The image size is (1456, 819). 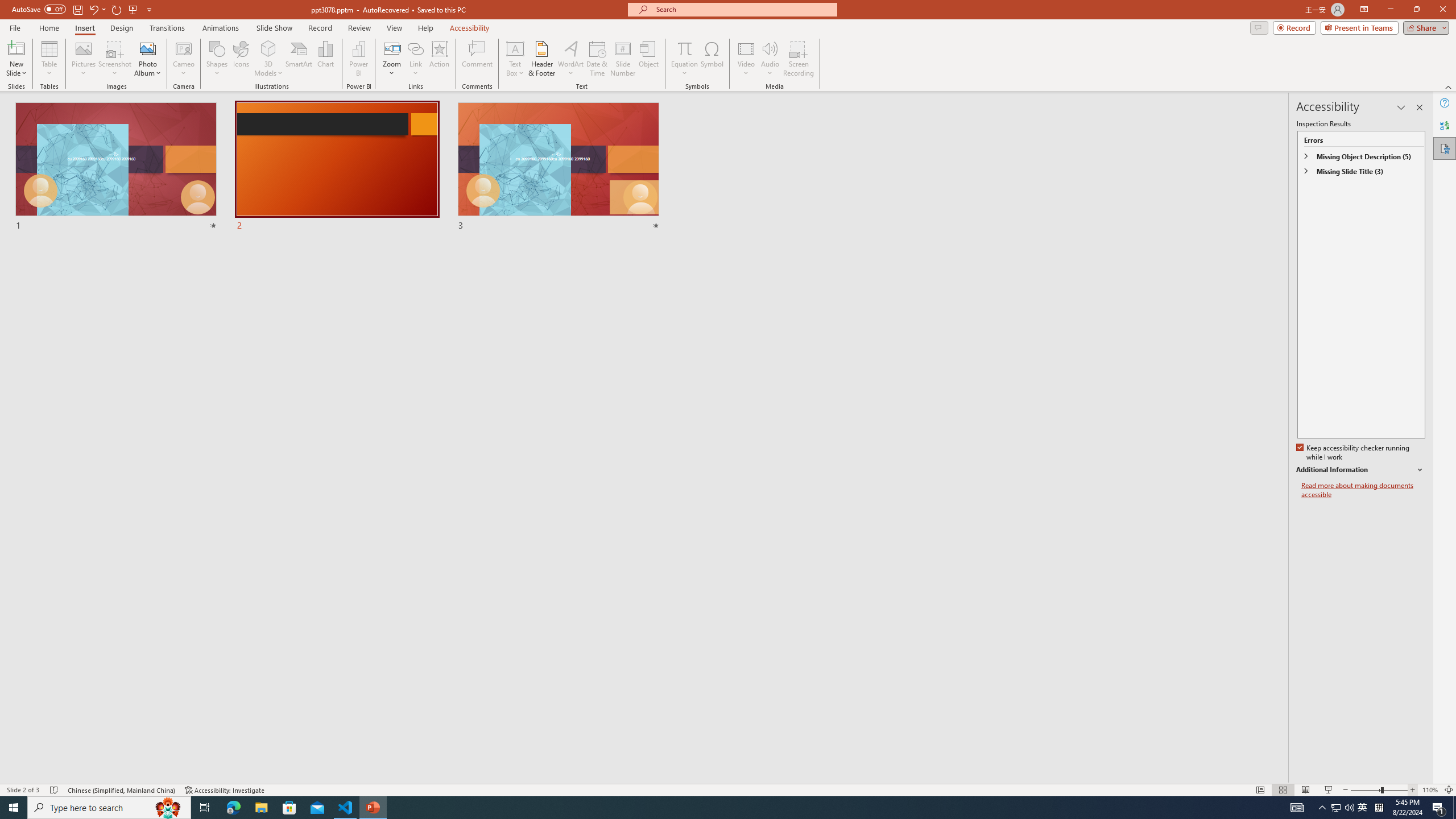 What do you see at coordinates (148, 9) in the screenshot?
I see `'Customize Quick Access Toolbar'` at bounding box center [148, 9].